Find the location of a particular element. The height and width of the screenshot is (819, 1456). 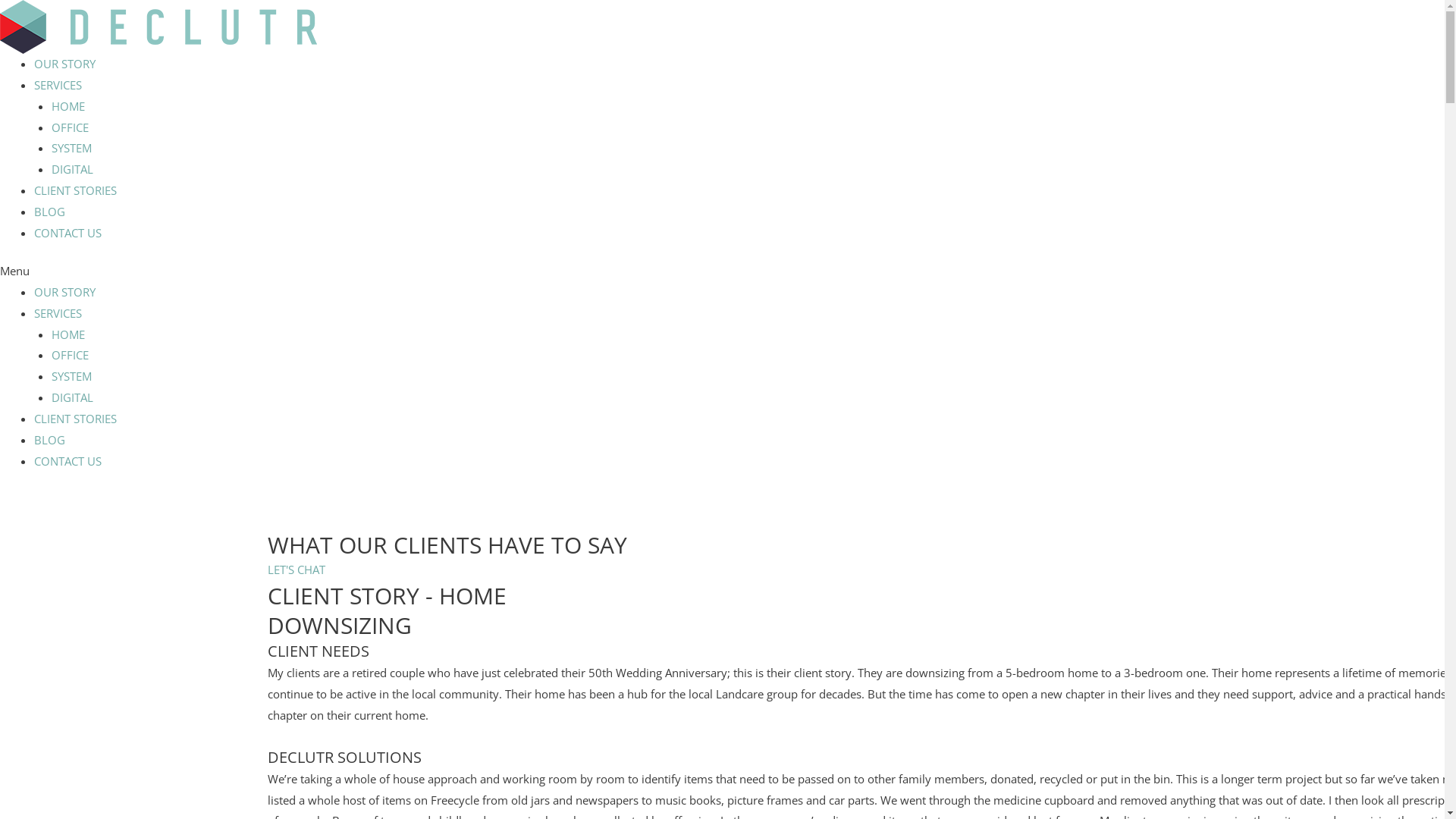

'OFFICE' is located at coordinates (69, 354).